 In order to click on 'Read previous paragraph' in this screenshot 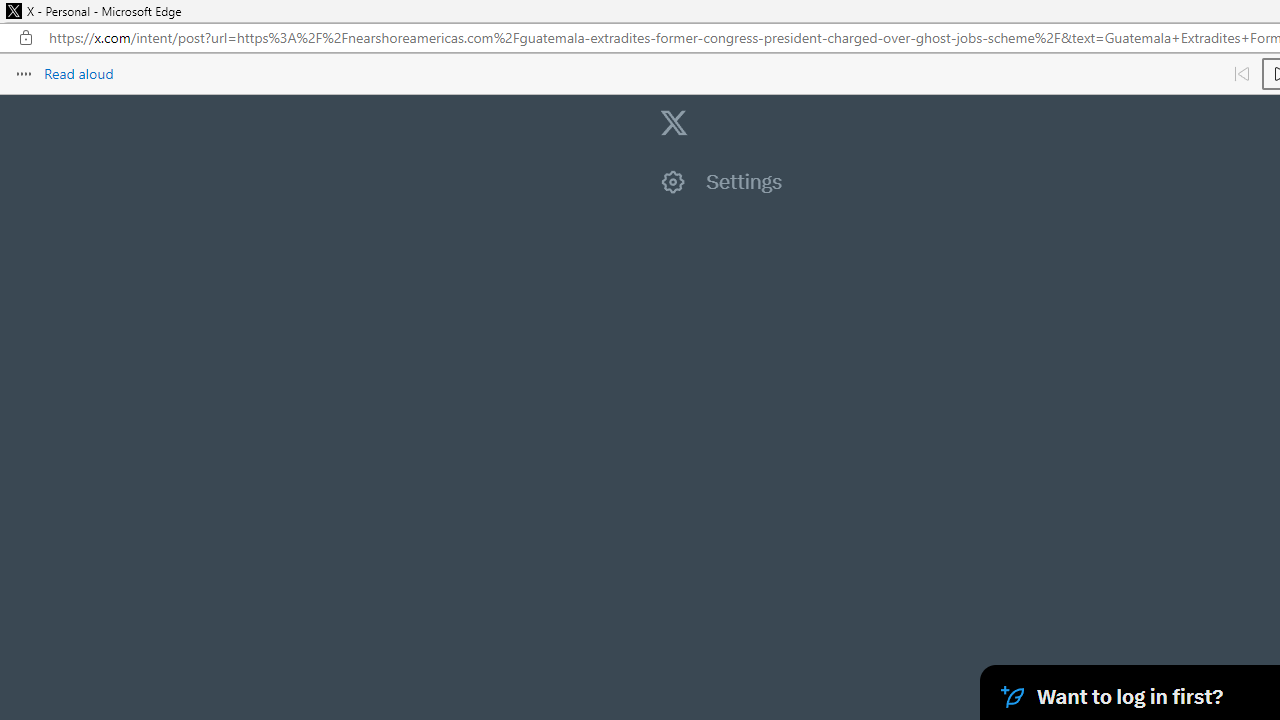, I will do `click(1240, 73)`.